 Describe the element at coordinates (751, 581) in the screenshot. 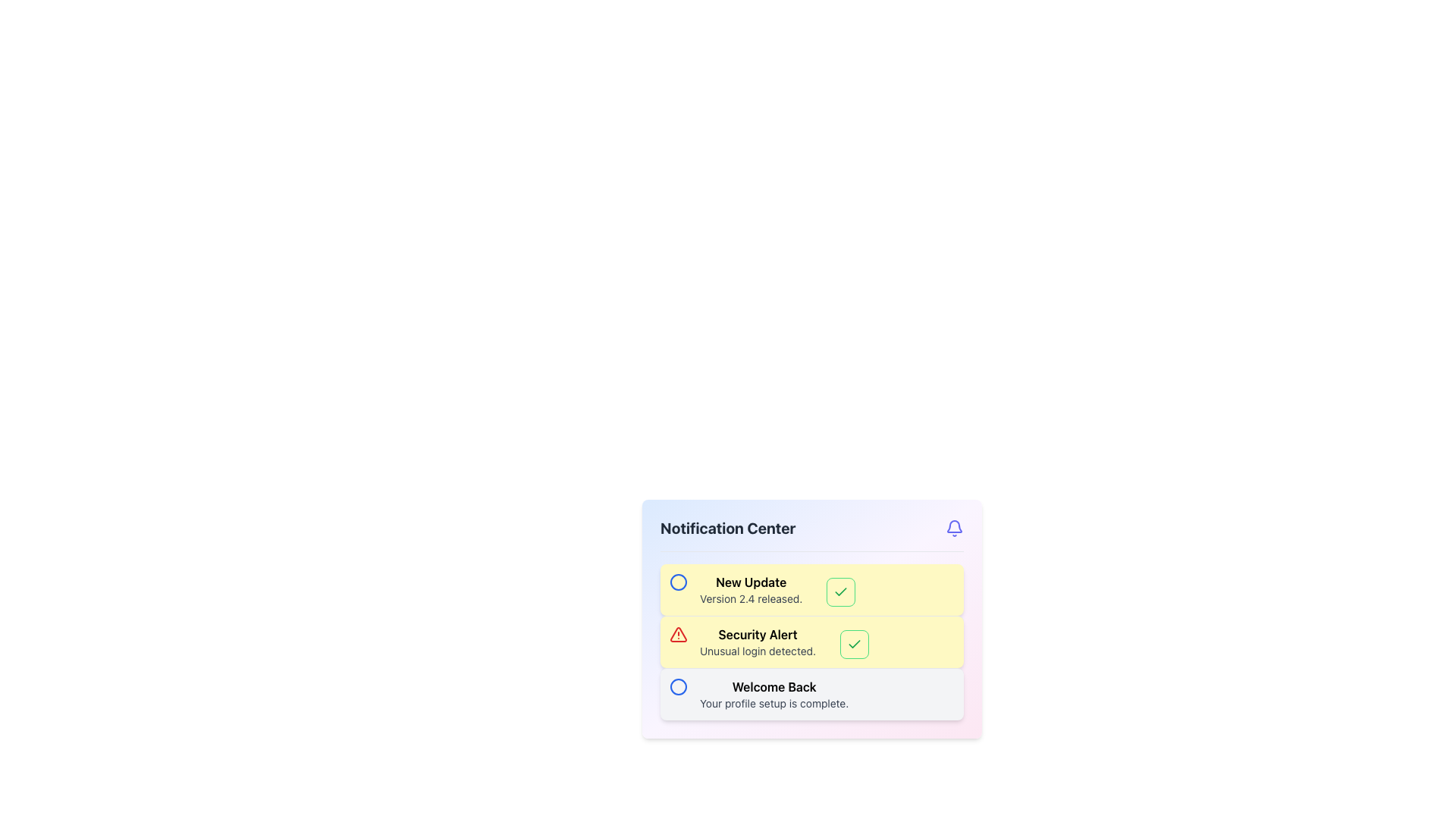

I see `the 'New Update' text label displayed in bold on a light yellow background within the Notification Center section` at that location.